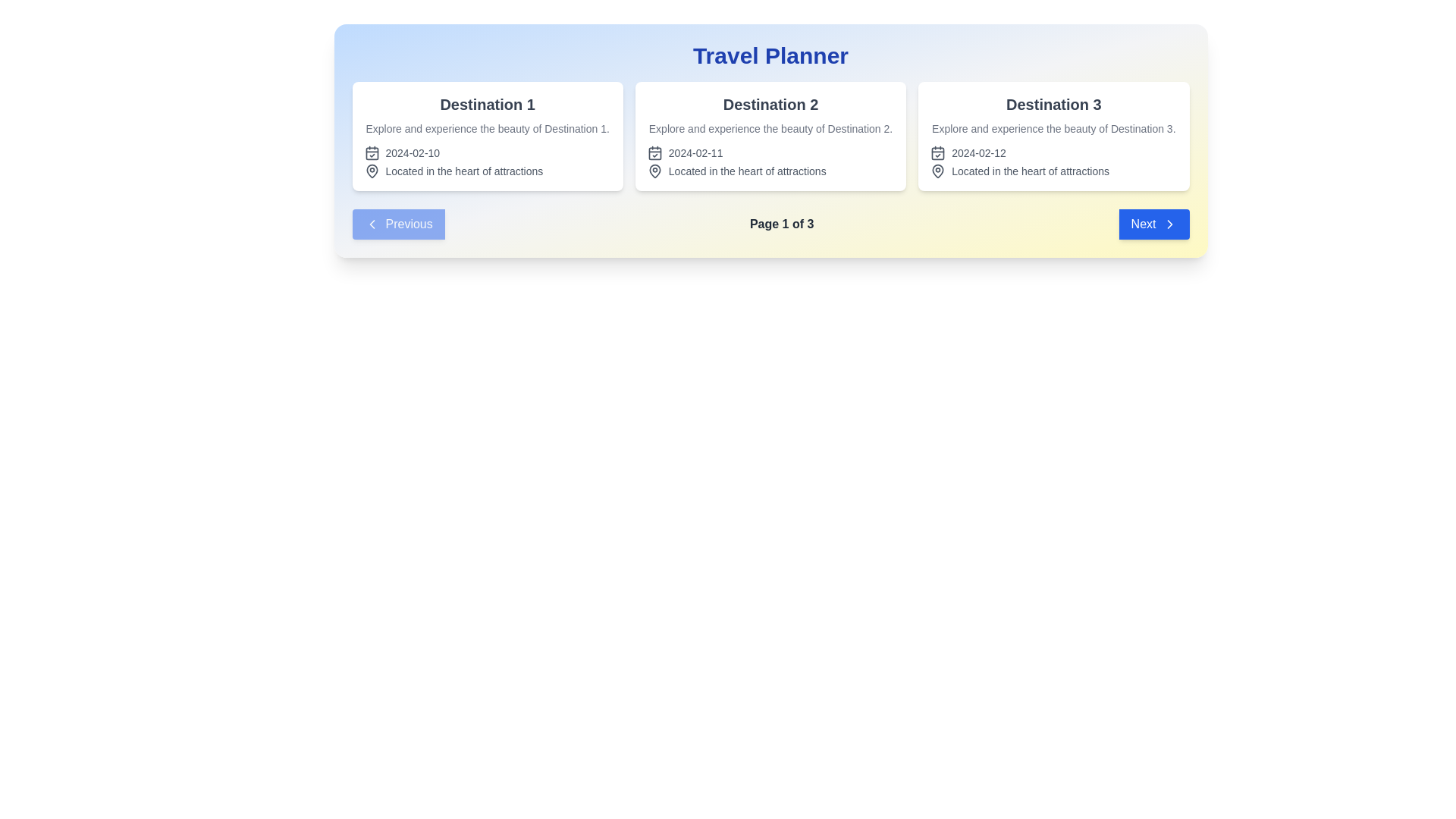 This screenshot has width=1456, height=819. I want to click on the navigation button located on the left side of the pagination control bar, so click(398, 224).